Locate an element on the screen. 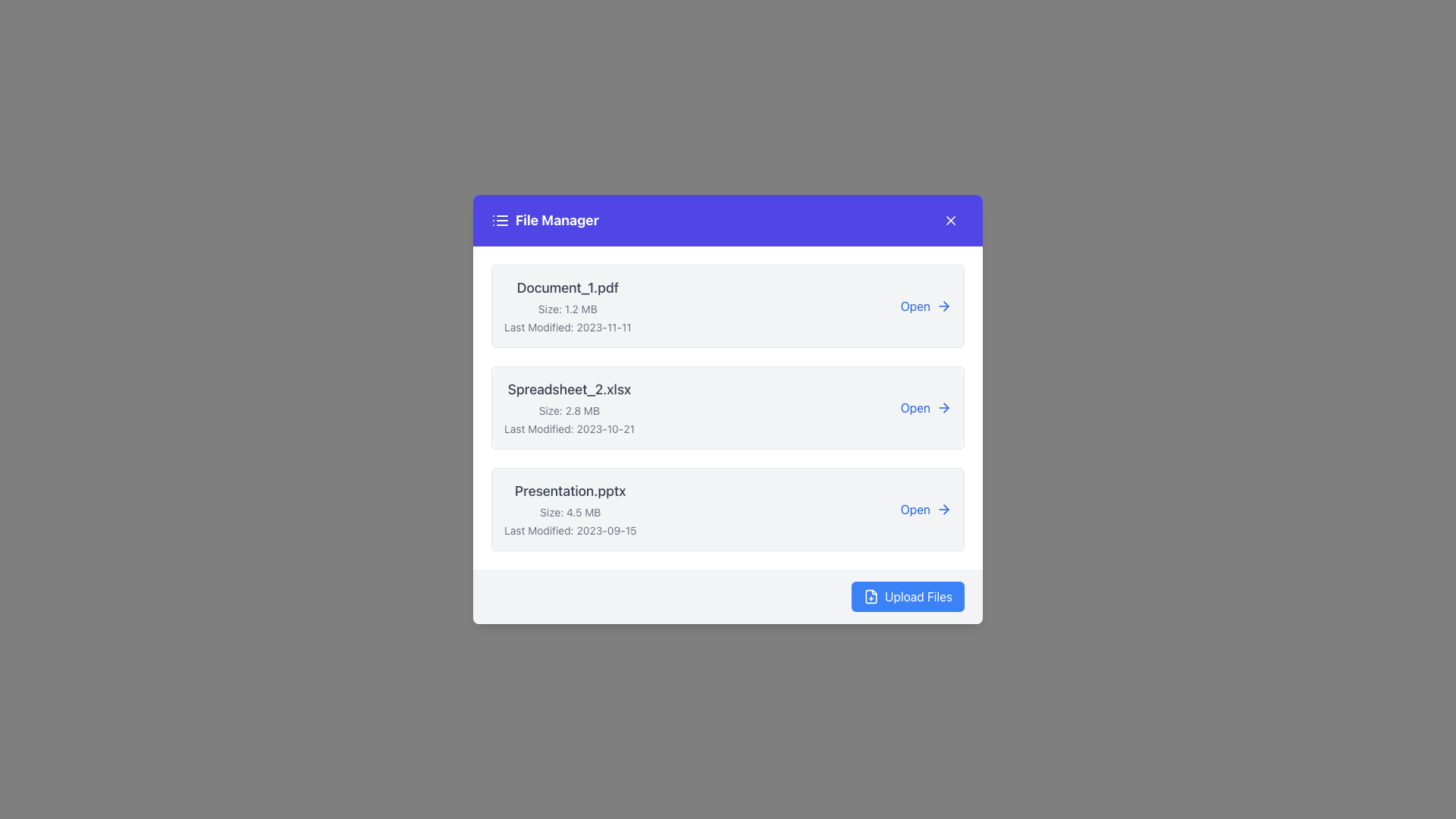 The image size is (1456, 819). the close button located at the top-right corner of the 'File Manager' interface is located at coordinates (949, 220).